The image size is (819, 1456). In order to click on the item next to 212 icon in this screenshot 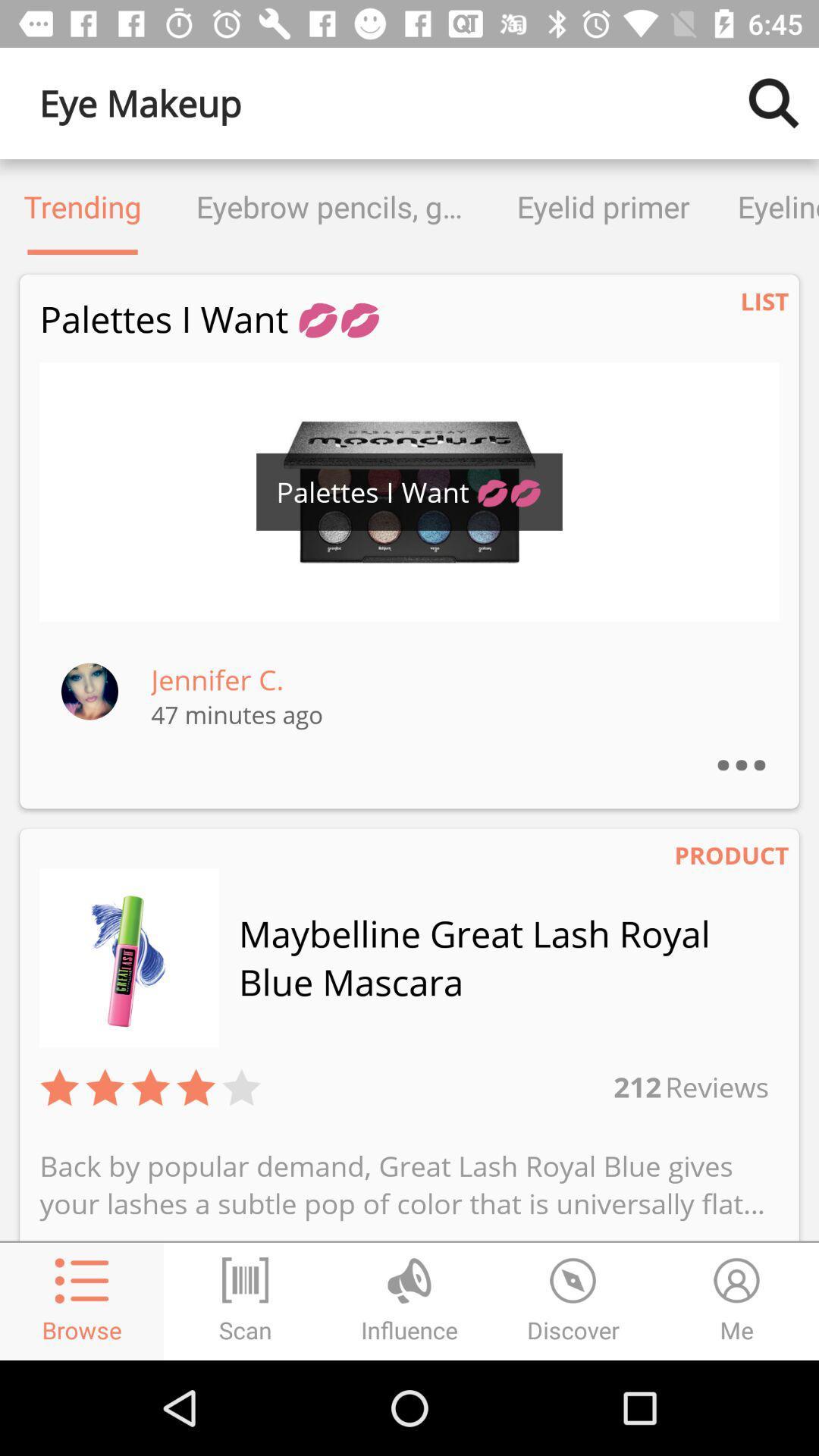, I will do `click(715, 1086)`.